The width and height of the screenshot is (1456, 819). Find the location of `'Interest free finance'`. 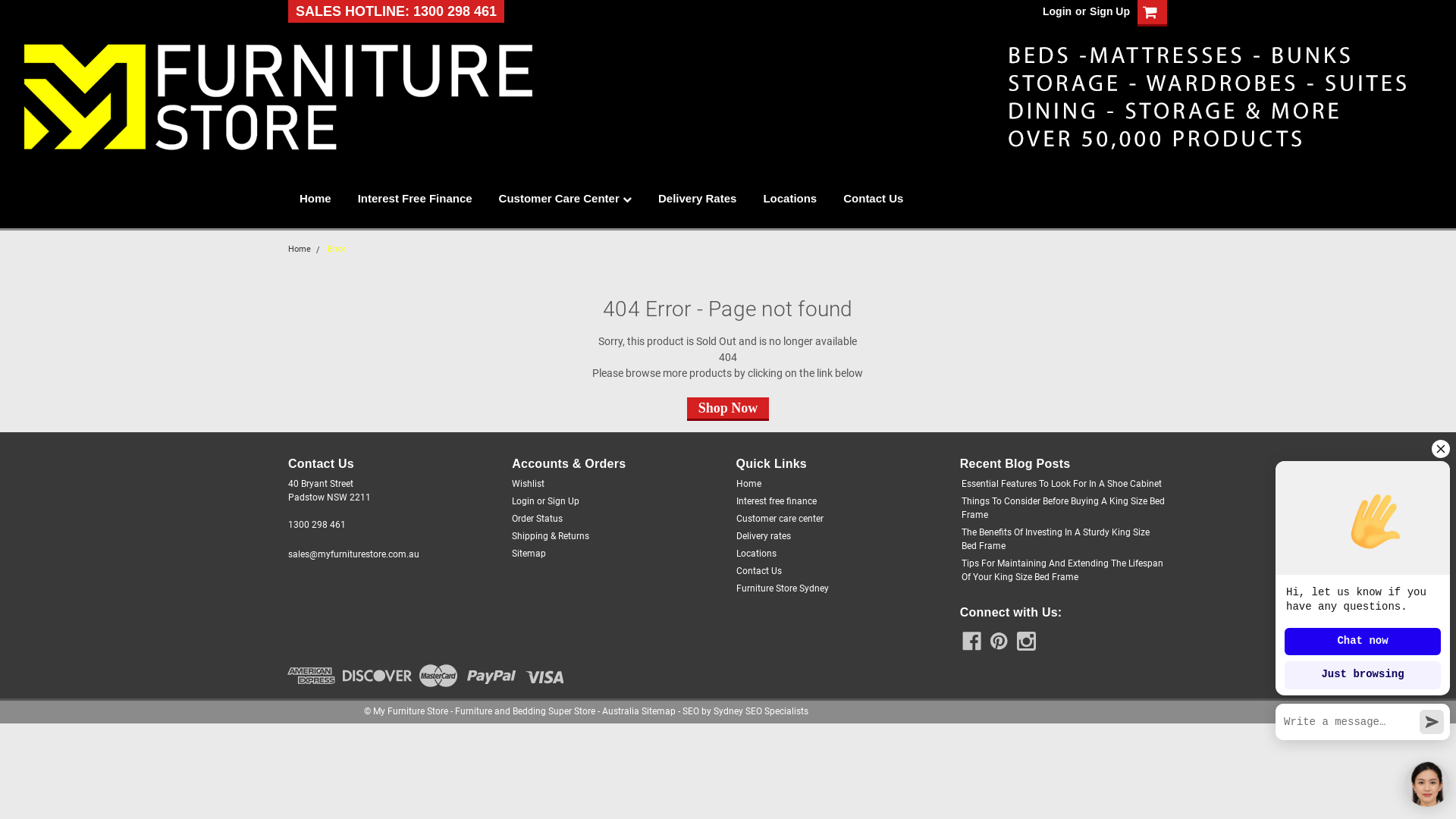

'Interest free finance' is located at coordinates (775, 500).